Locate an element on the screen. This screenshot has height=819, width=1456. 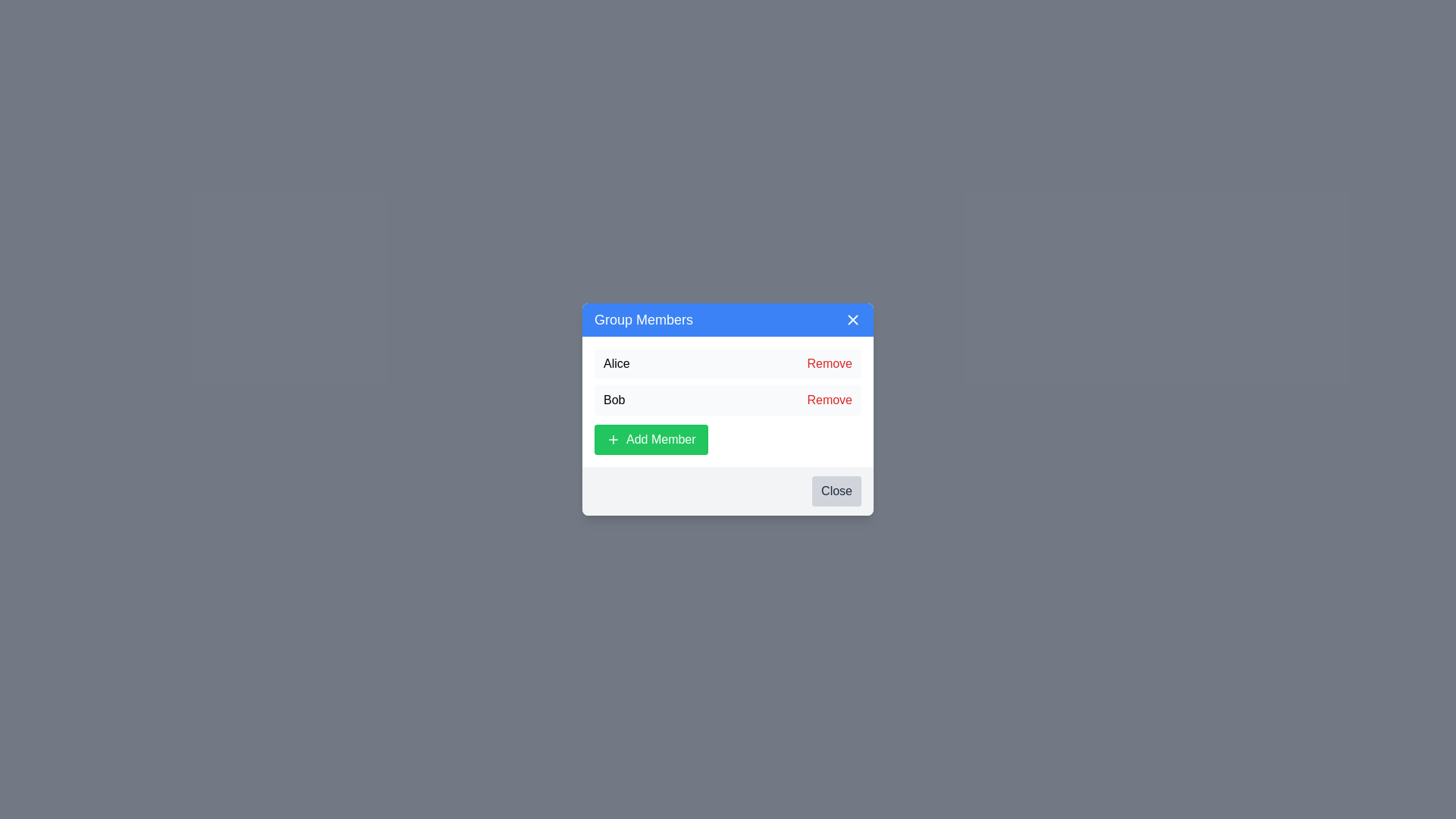
the modal dialog box titled 'Group Members', which contains member names, 'Remove' buttons, an 'Add Member' button, and a 'Close' button is located at coordinates (728, 409).